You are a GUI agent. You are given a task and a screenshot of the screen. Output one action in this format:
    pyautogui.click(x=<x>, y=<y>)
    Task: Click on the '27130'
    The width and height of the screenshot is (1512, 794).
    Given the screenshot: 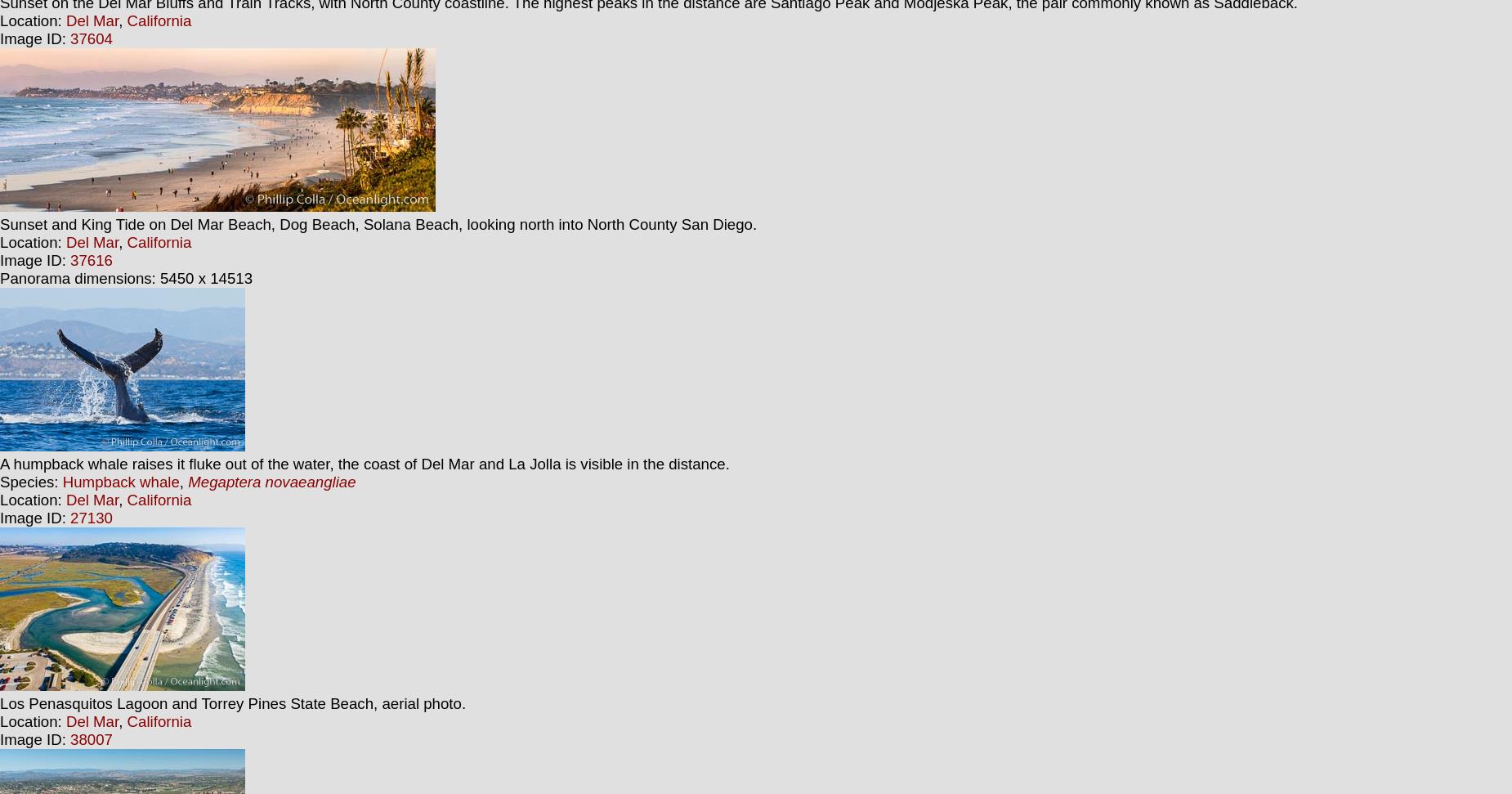 What is the action you would take?
    pyautogui.click(x=90, y=517)
    